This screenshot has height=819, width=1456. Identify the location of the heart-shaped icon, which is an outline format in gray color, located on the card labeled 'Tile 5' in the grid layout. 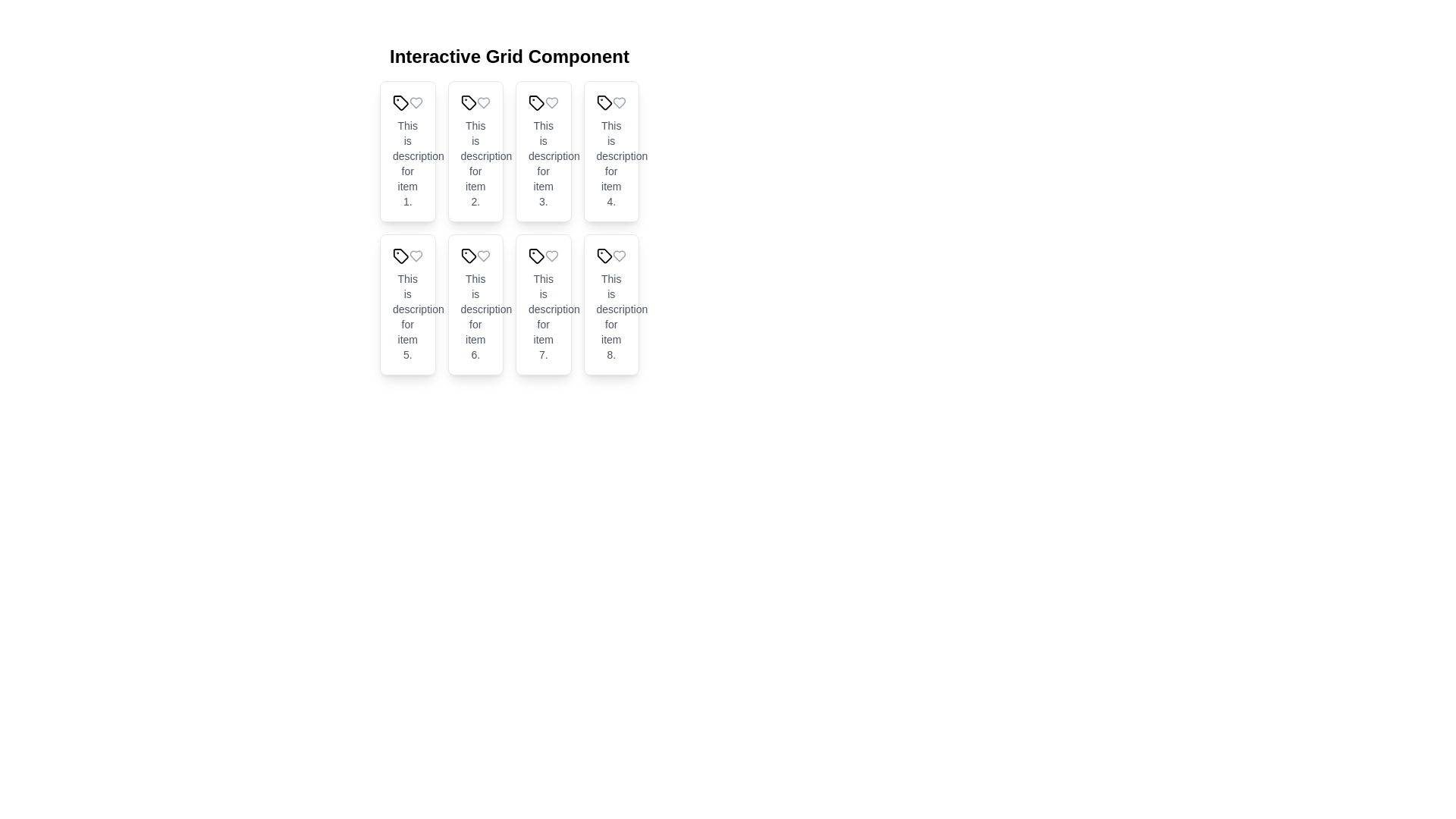
(416, 256).